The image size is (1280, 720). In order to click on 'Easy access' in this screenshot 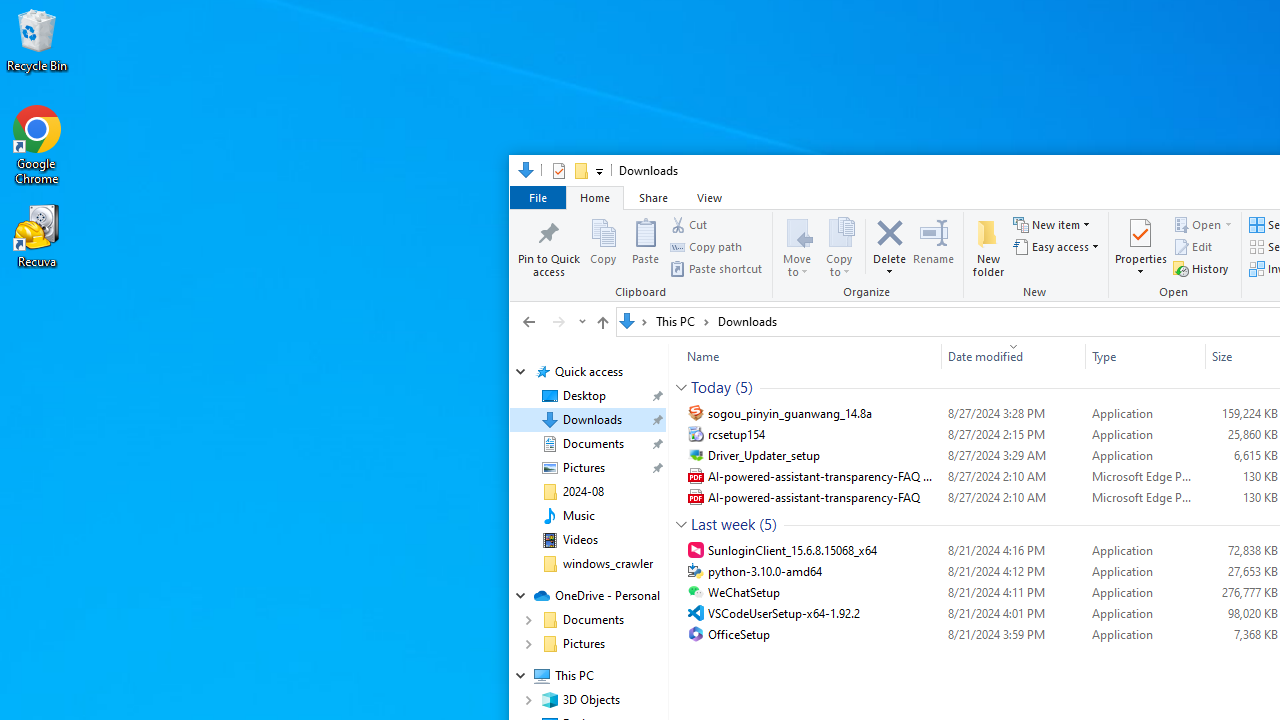, I will do `click(1055, 245)`.